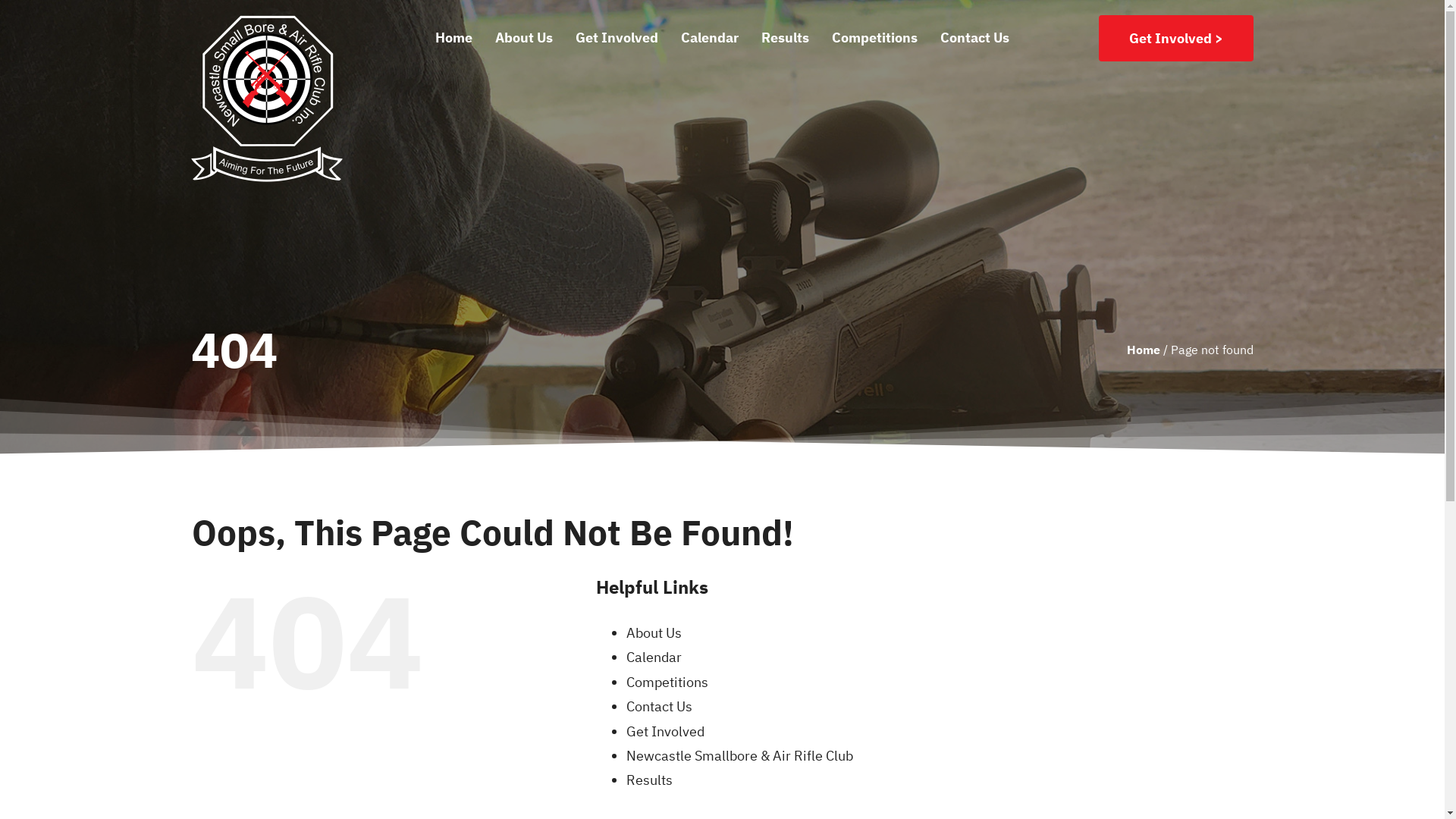 This screenshot has width=1456, height=819. I want to click on 'Calendar', so click(709, 37).